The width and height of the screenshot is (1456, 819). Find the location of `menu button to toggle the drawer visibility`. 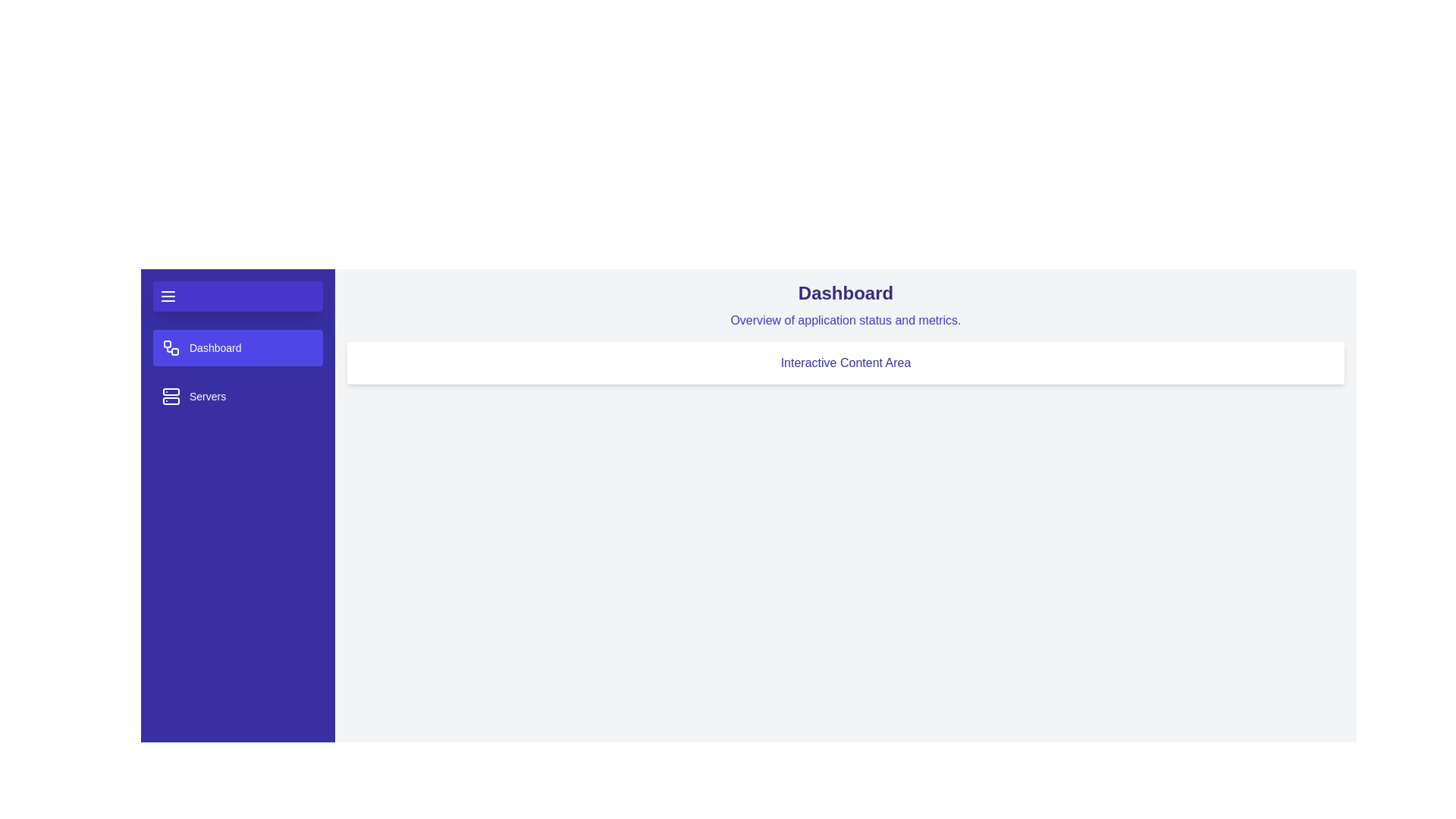

menu button to toggle the drawer visibility is located at coordinates (237, 296).